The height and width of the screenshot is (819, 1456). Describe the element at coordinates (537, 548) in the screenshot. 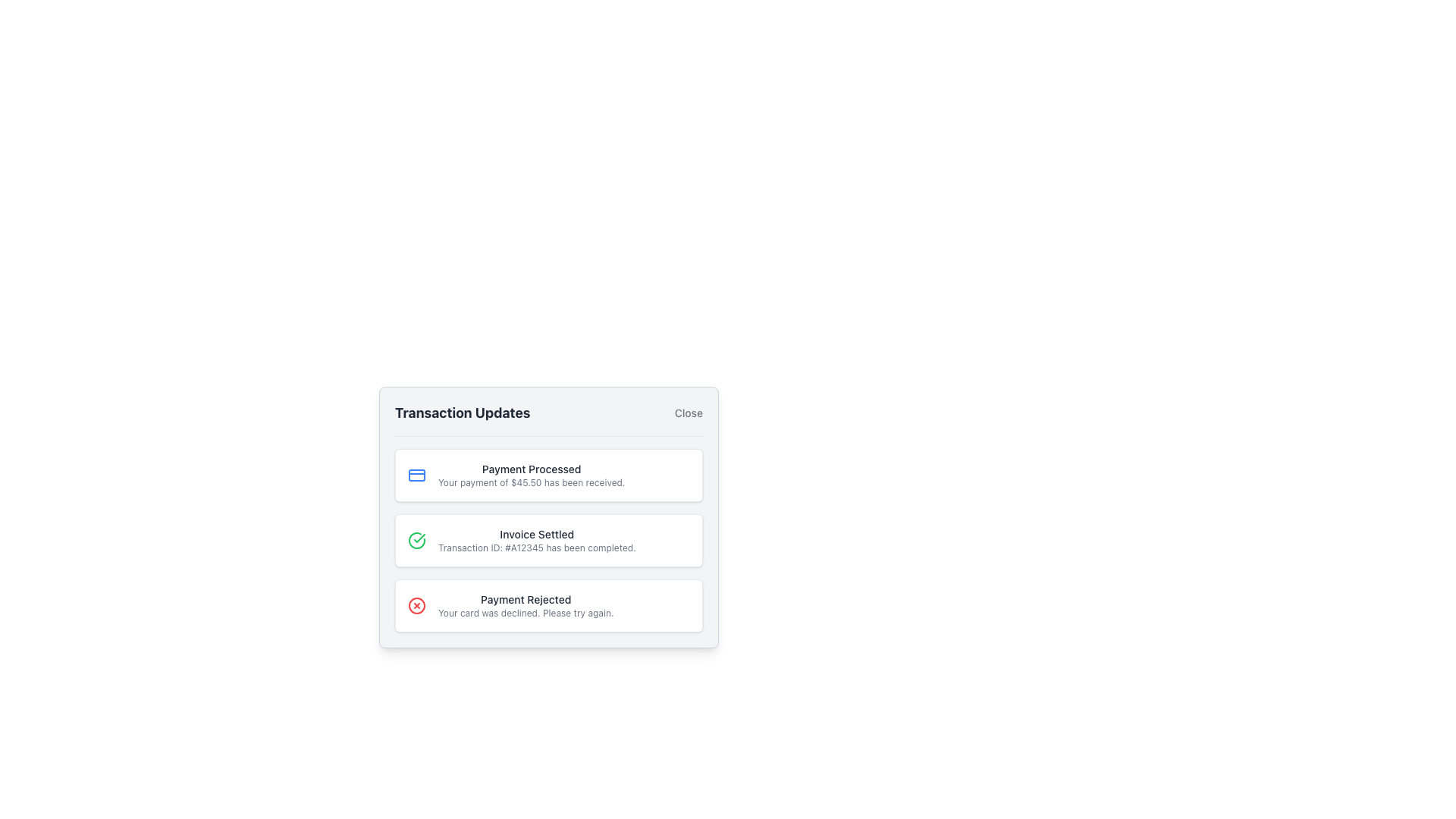

I see `text label that indicates the successful completion of transaction ID #A12345, located in the 'Invoice Settled' section, as the second line of text below the title` at that location.